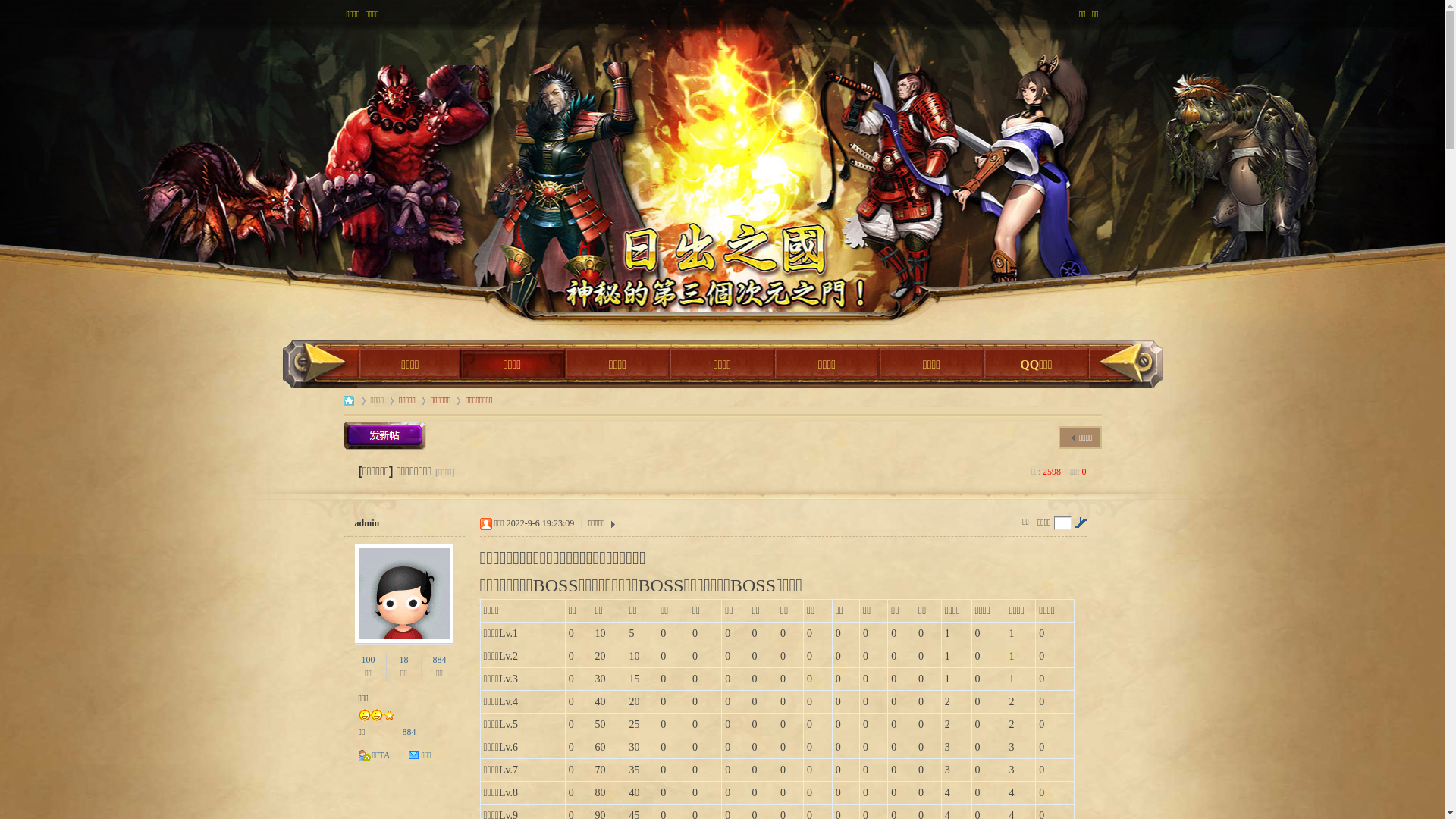 This screenshot has width=1456, height=819. Describe the element at coordinates (438, 659) in the screenshot. I see `'884'` at that location.